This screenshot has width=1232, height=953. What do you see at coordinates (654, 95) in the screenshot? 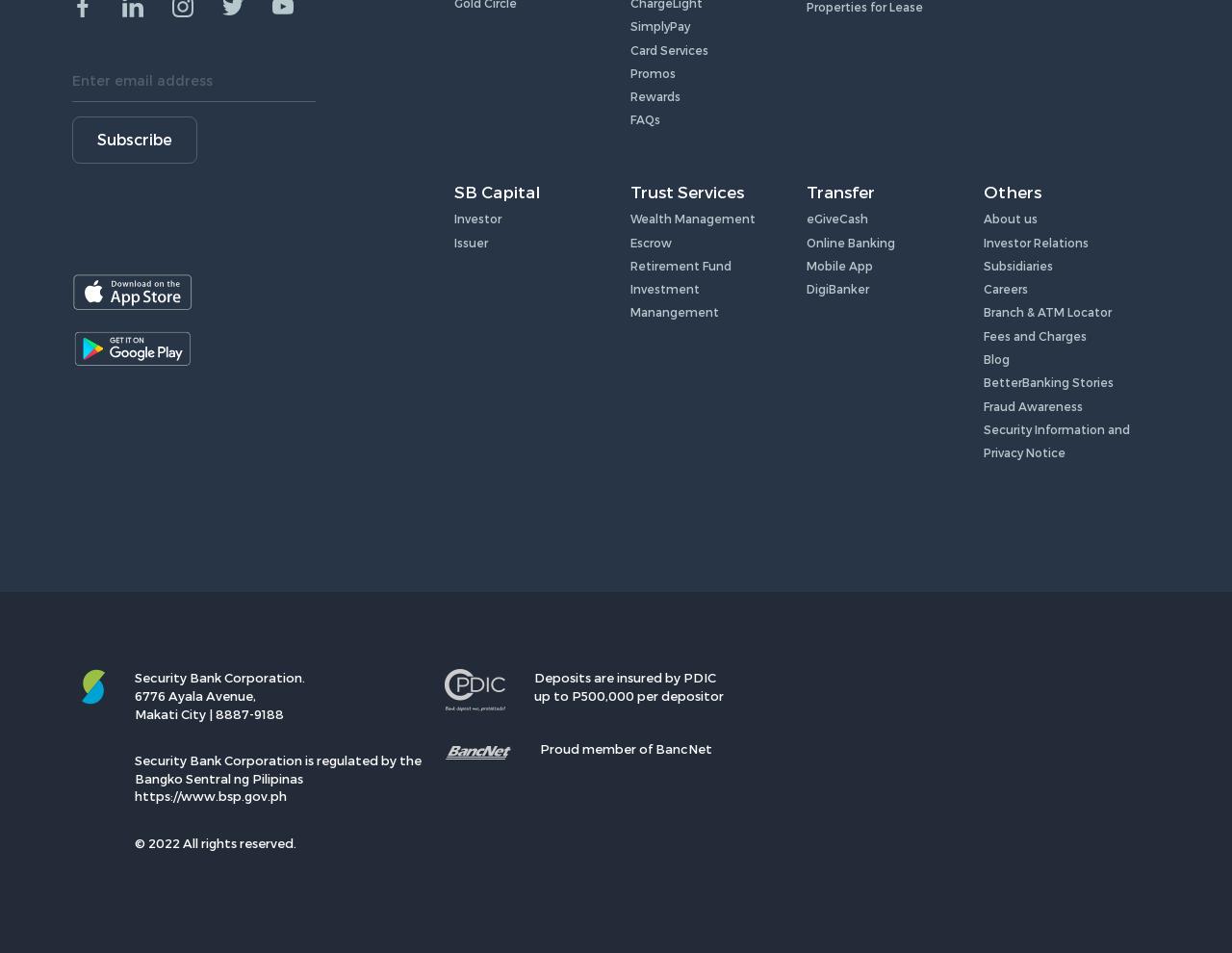
I see `'Rewards'` at bounding box center [654, 95].